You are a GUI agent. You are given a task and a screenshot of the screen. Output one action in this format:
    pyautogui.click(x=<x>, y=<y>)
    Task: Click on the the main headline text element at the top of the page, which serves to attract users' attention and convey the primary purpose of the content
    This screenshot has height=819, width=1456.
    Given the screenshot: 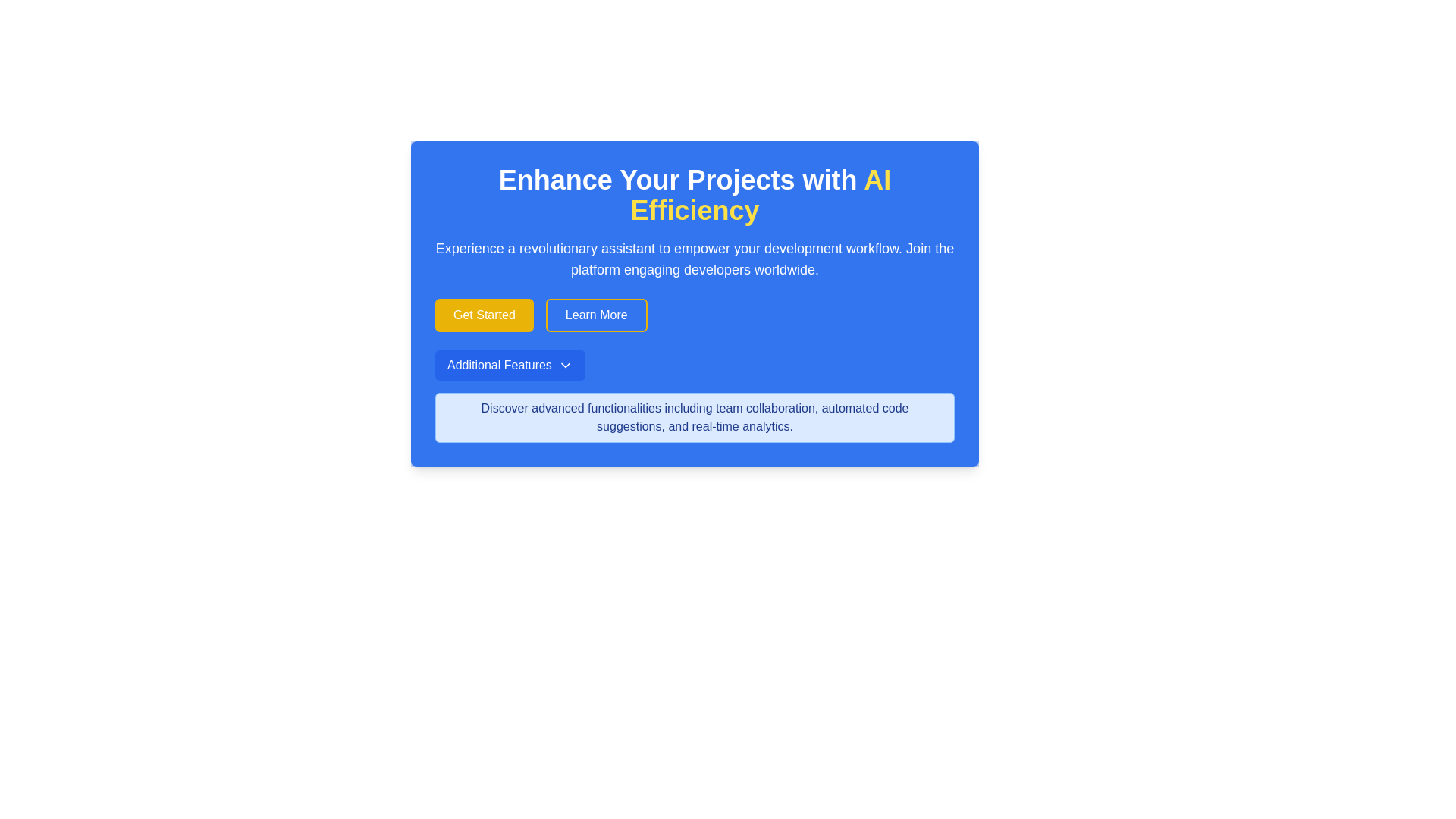 What is the action you would take?
    pyautogui.click(x=694, y=195)
    